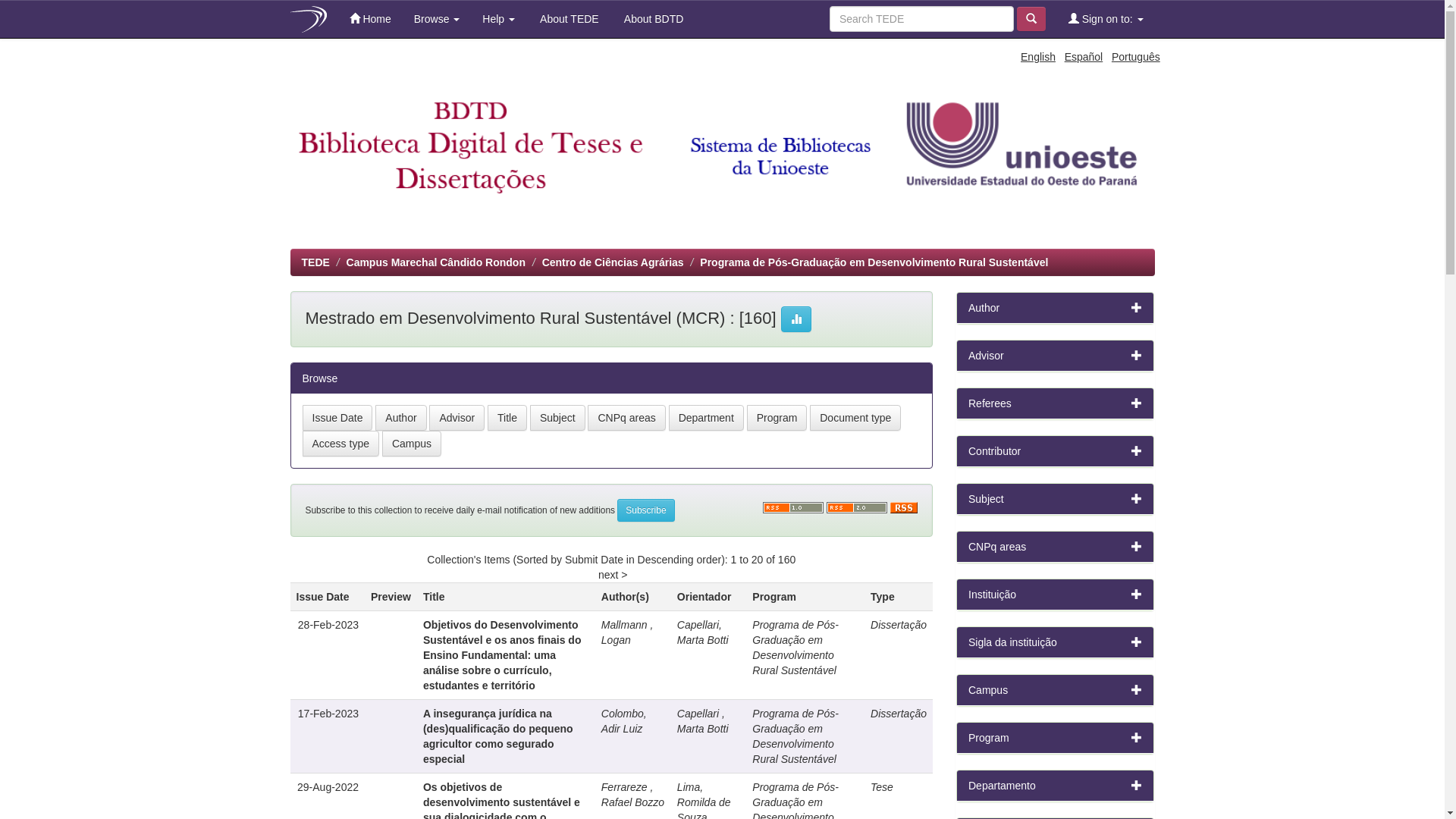 Image resolution: width=1456 pixels, height=819 pixels. Describe the element at coordinates (370, 18) in the screenshot. I see `'Home'` at that location.